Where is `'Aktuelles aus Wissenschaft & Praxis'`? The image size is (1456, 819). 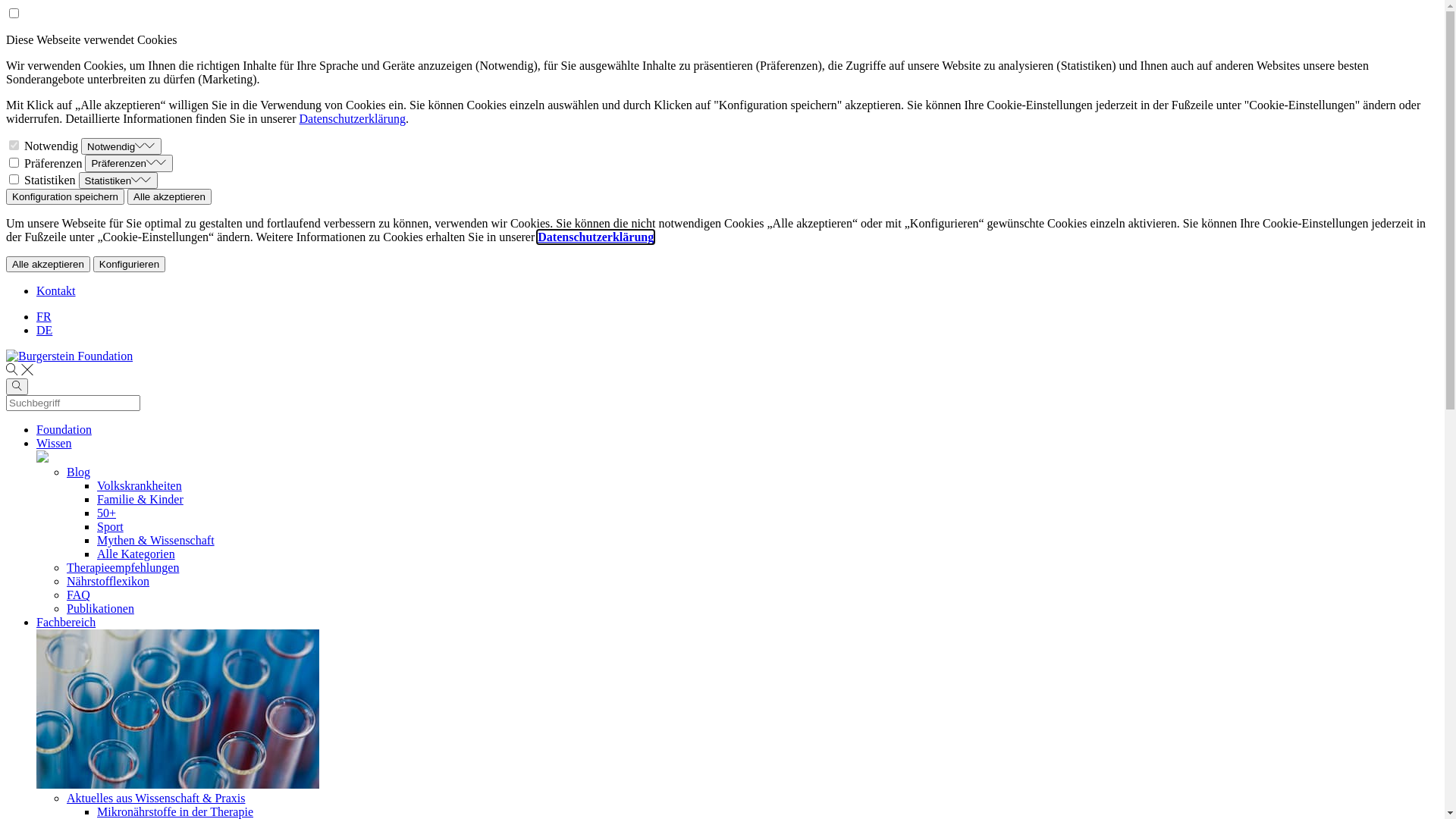 'Aktuelles aus Wissenschaft & Praxis' is located at coordinates (155, 797).